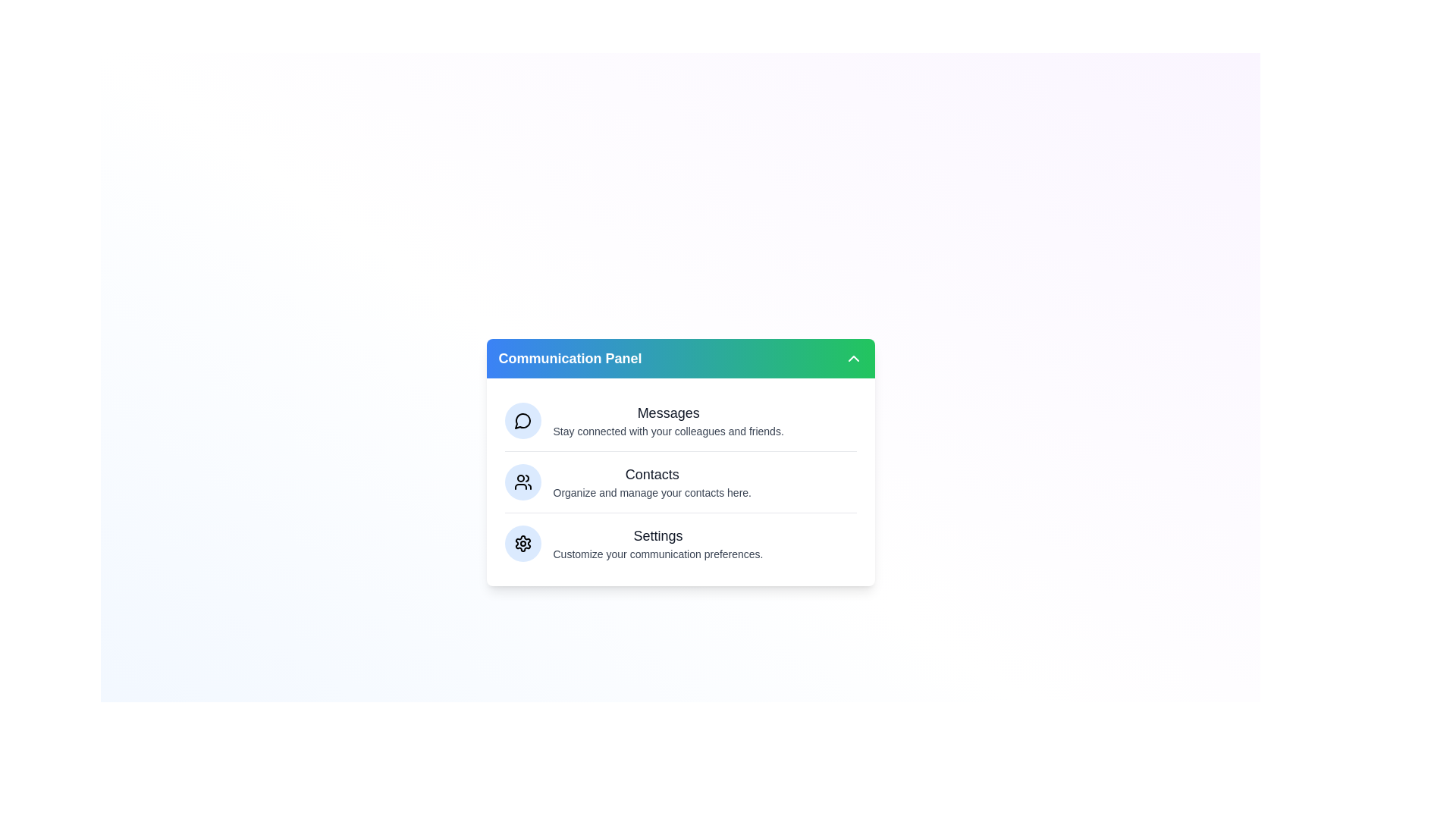 The height and width of the screenshot is (819, 1456). What do you see at coordinates (679, 359) in the screenshot?
I see `the header button to toggle the panel open or closed` at bounding box center [679, 359].